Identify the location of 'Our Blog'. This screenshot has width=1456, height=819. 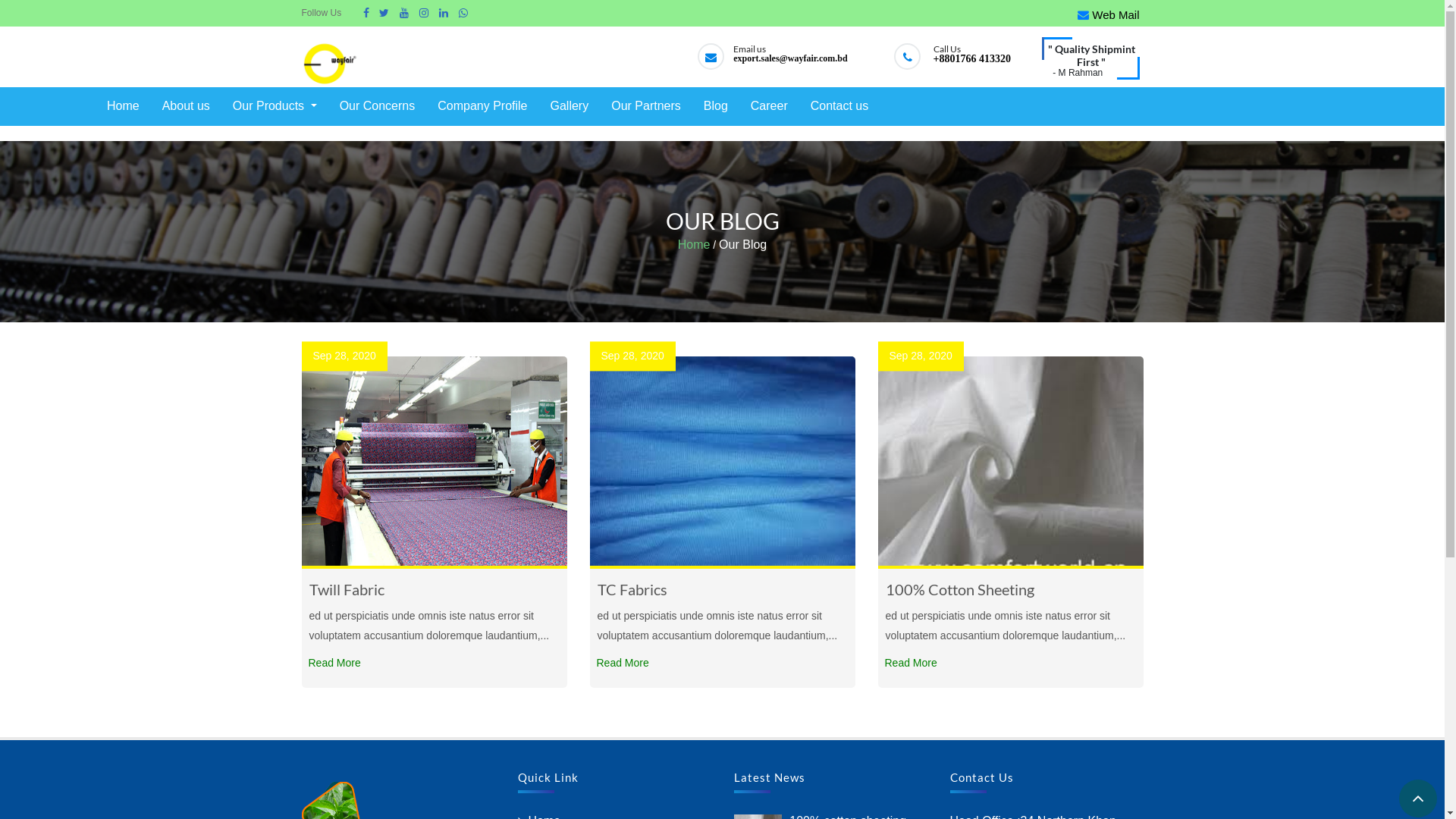
(742, 244).